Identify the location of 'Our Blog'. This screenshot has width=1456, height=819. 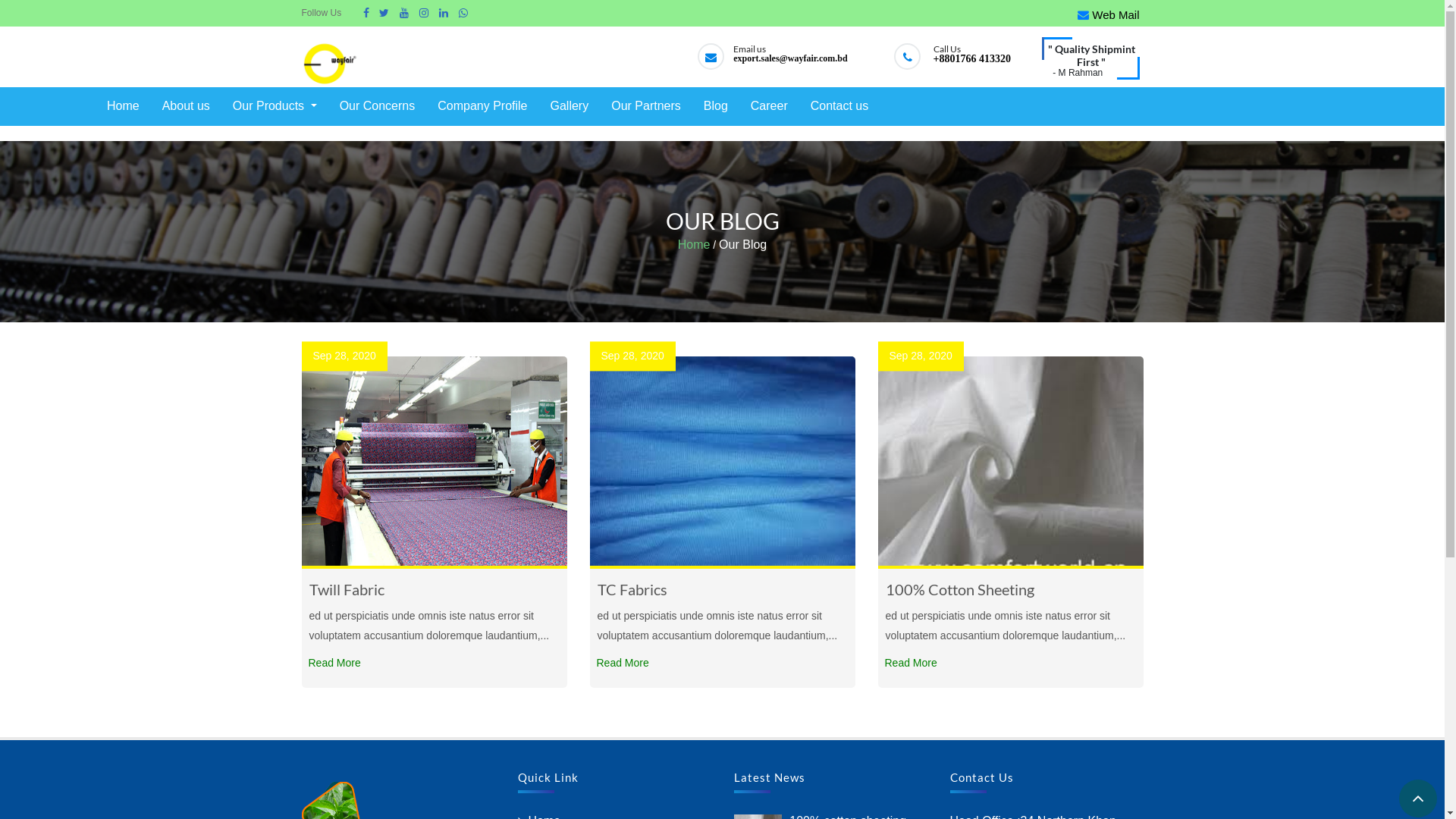
(742, 244).